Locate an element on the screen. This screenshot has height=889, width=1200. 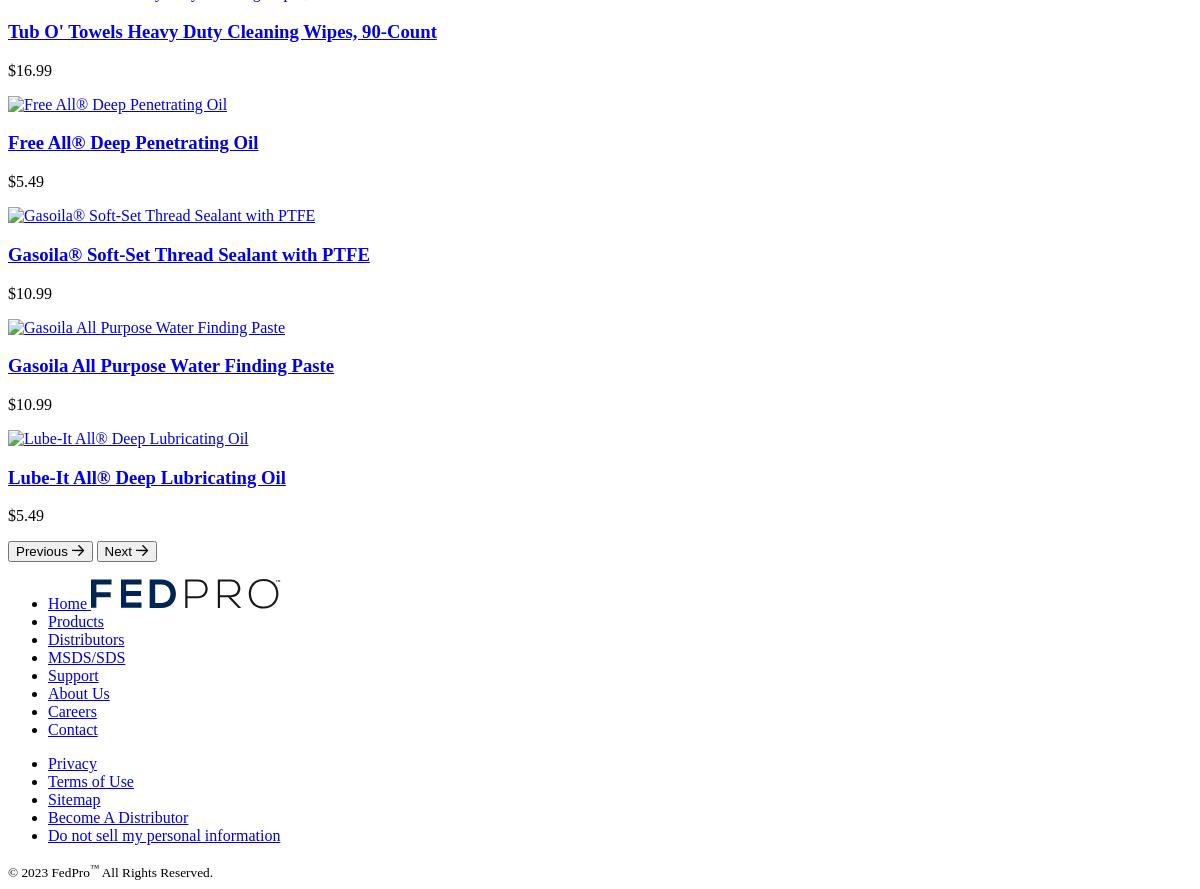
'Contact' is located at coordinates (48, 728).